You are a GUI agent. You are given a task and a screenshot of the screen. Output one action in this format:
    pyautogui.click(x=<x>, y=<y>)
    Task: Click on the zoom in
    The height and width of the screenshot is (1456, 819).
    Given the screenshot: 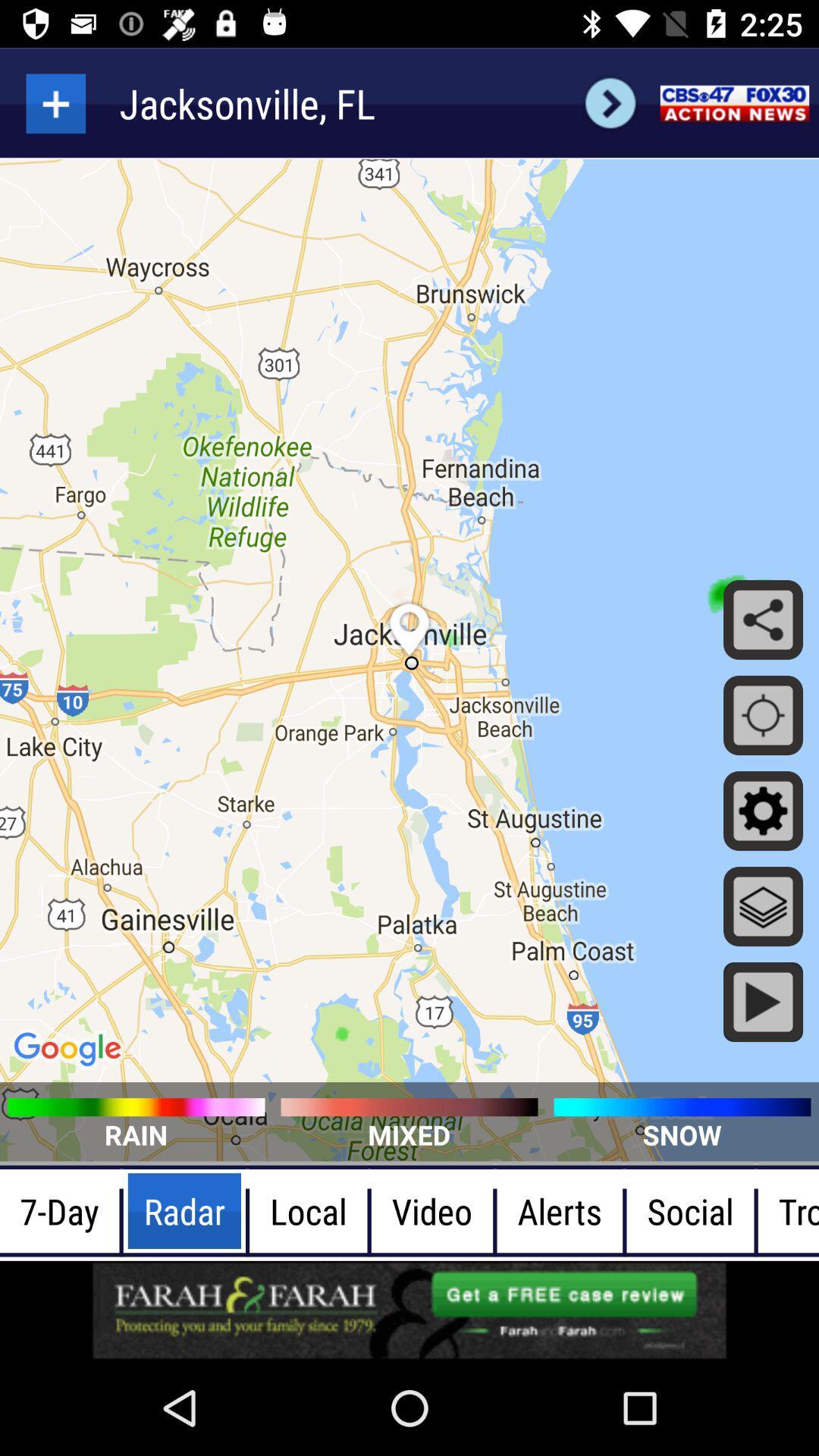 What is the action you would take?
    pyautogui.click(x=55, y=102)
    